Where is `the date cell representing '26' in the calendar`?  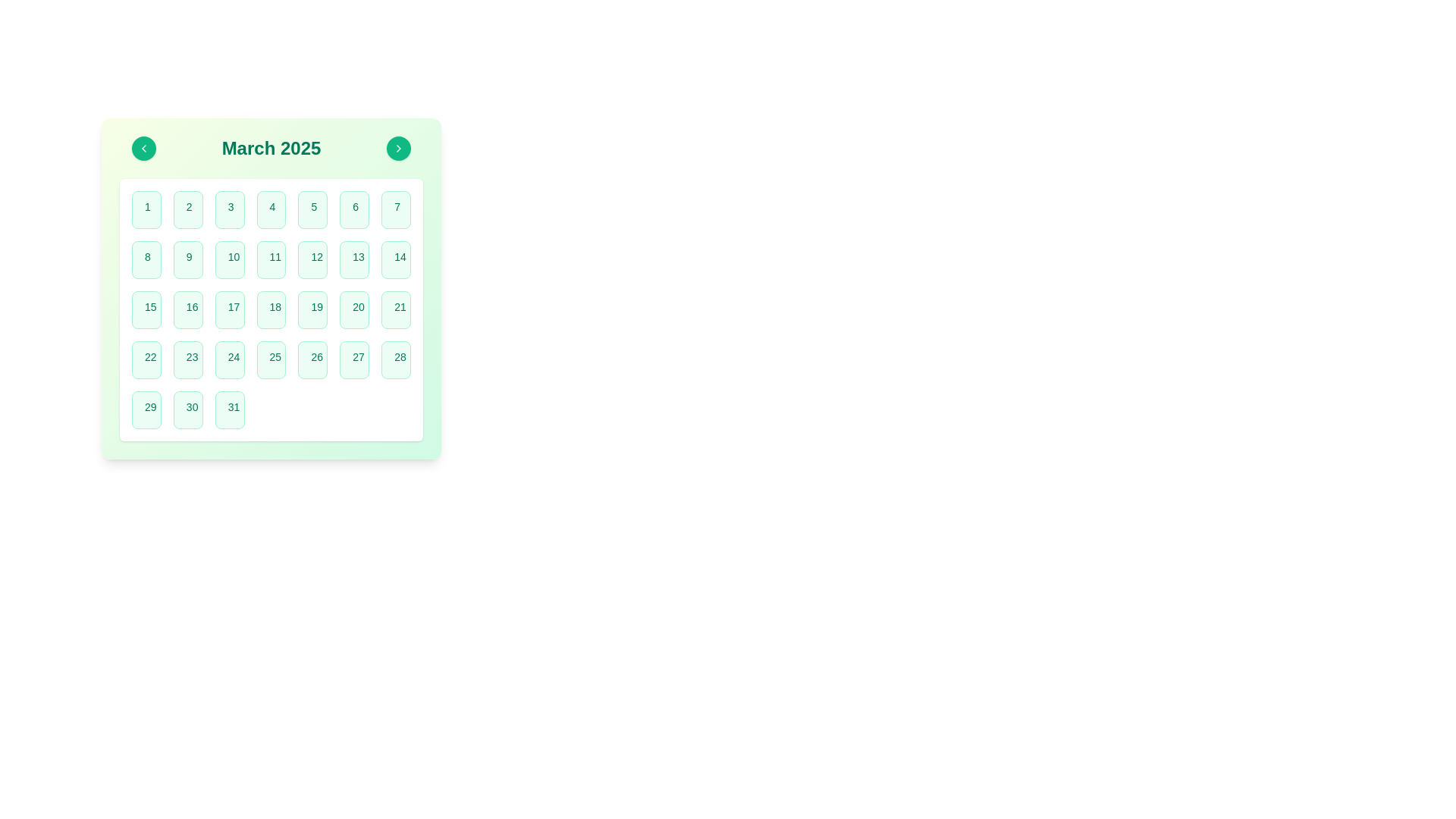
the date cell representing '26' in the calendar is located at coordinates (312, 359).